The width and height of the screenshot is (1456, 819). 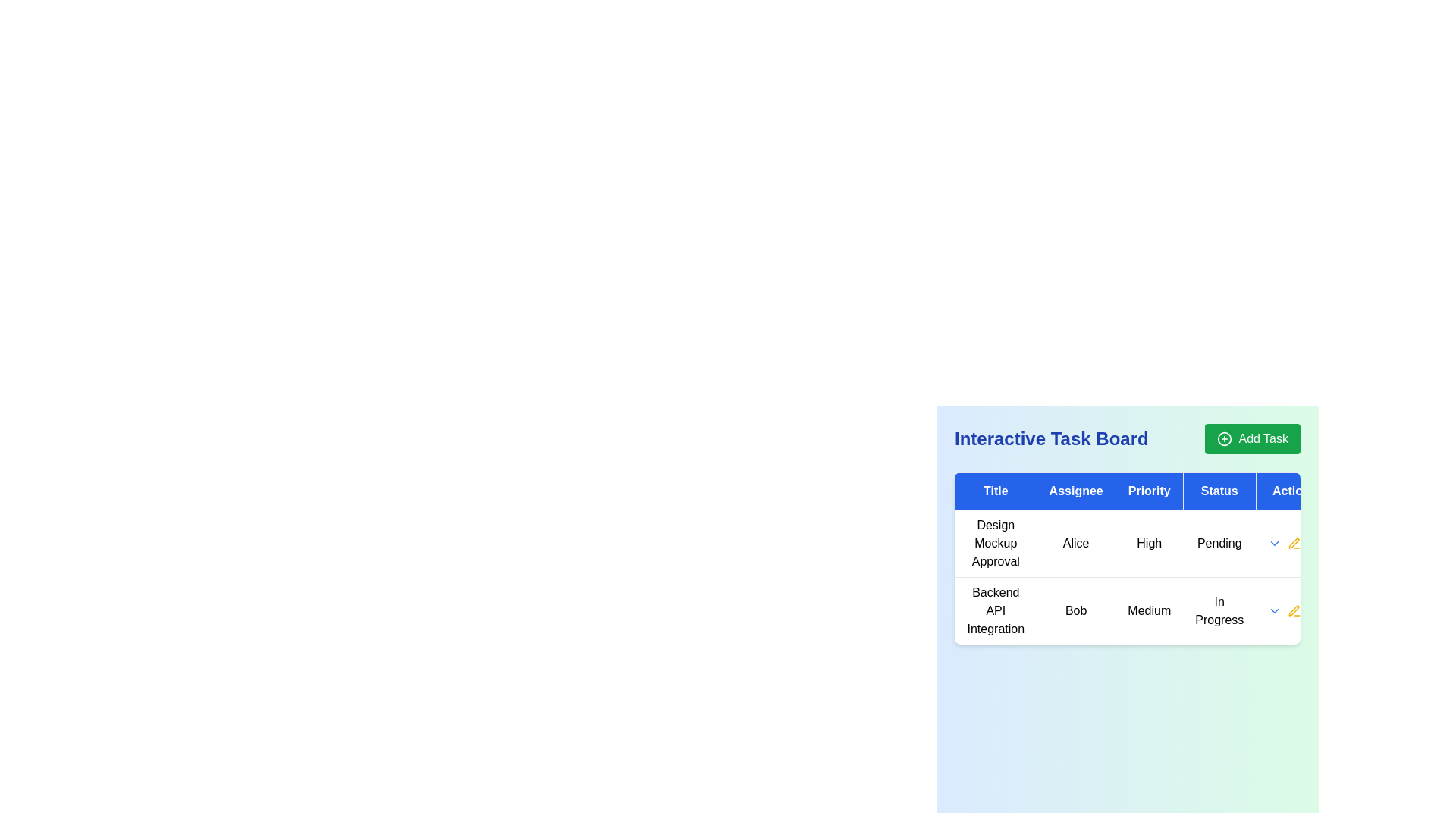 What do you see at coordinates (1144, 543) in the screenshot?
I see `information displayed on the text label summarizing a task, located in the first row of a table structure, horizontally centered within its row` at bounding box center [1144, 543].